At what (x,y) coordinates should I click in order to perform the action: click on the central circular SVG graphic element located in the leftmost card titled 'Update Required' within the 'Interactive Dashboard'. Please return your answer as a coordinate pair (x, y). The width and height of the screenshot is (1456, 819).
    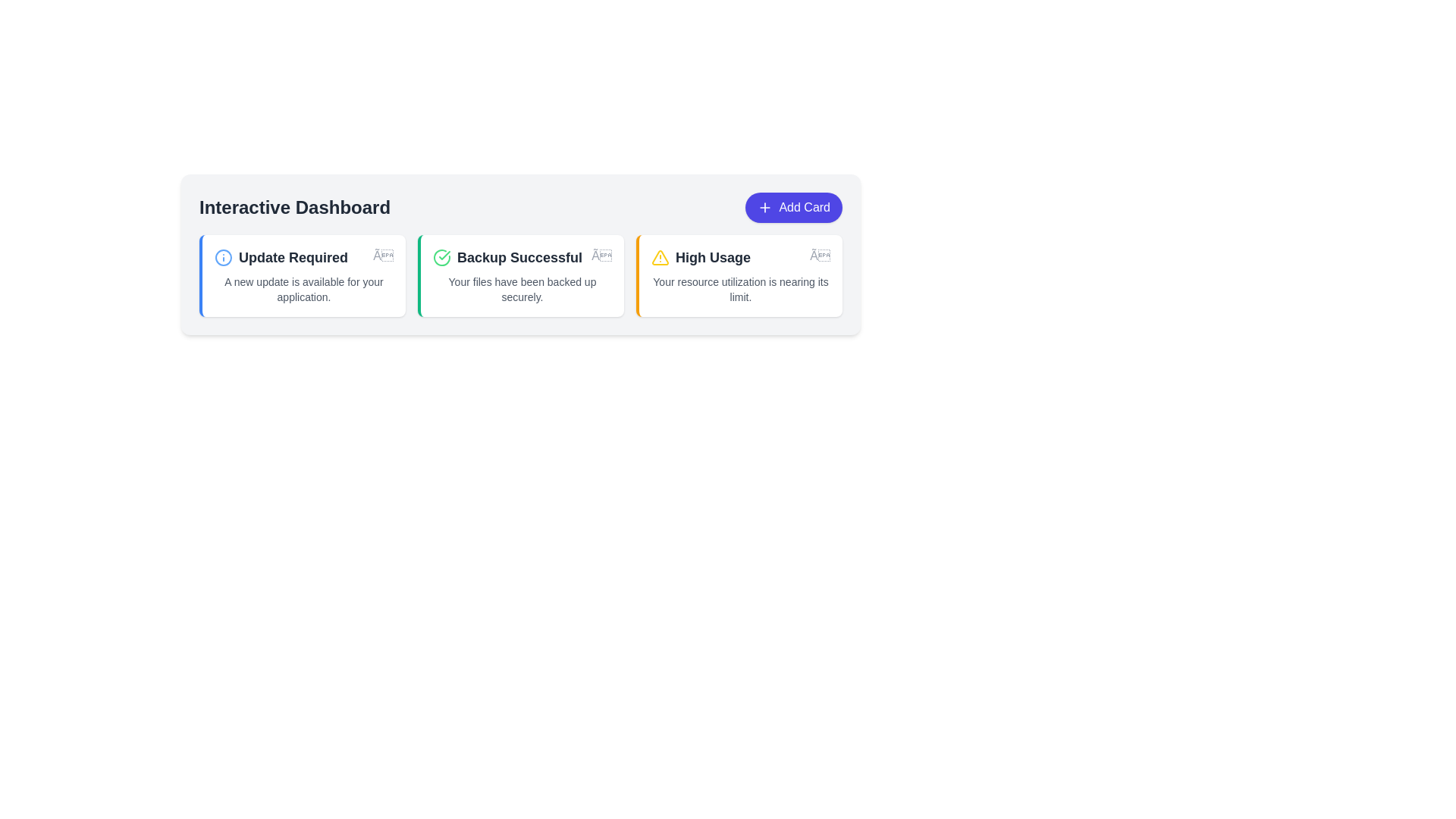
    Looking at the image, I should click on (222, 256).